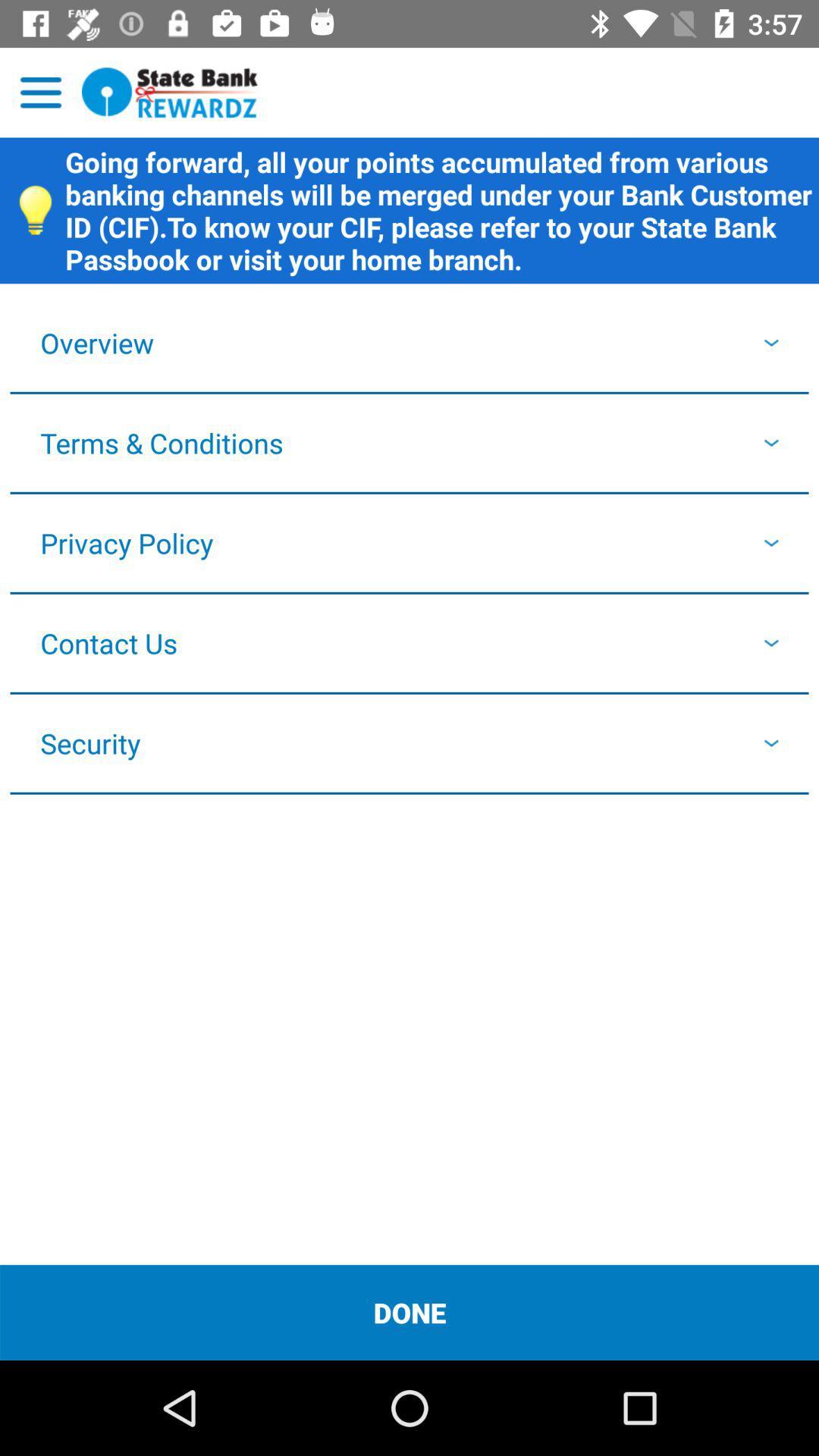 The image size is (819, 1456). I want to click on find a different part of the app, so click(40, 92).